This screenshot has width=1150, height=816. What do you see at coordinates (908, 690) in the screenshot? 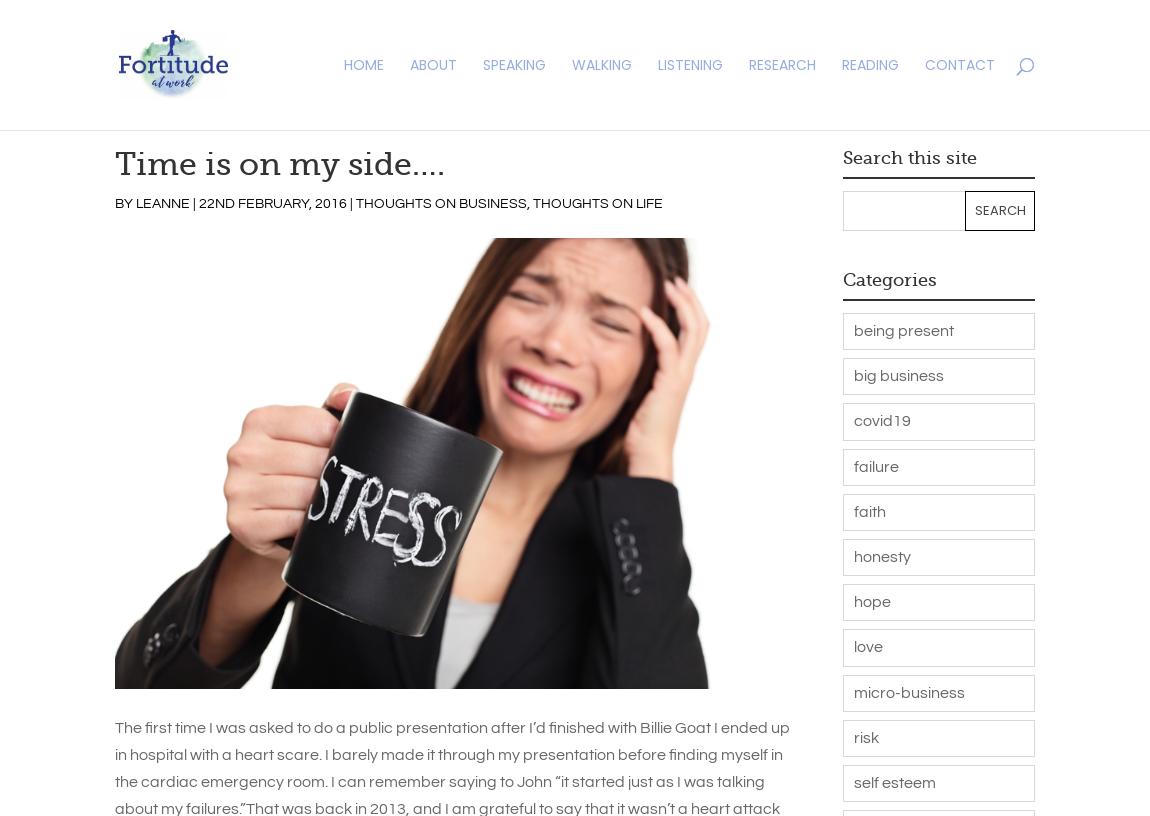
I see `'micro-business'` at bounding box center [908, 690].